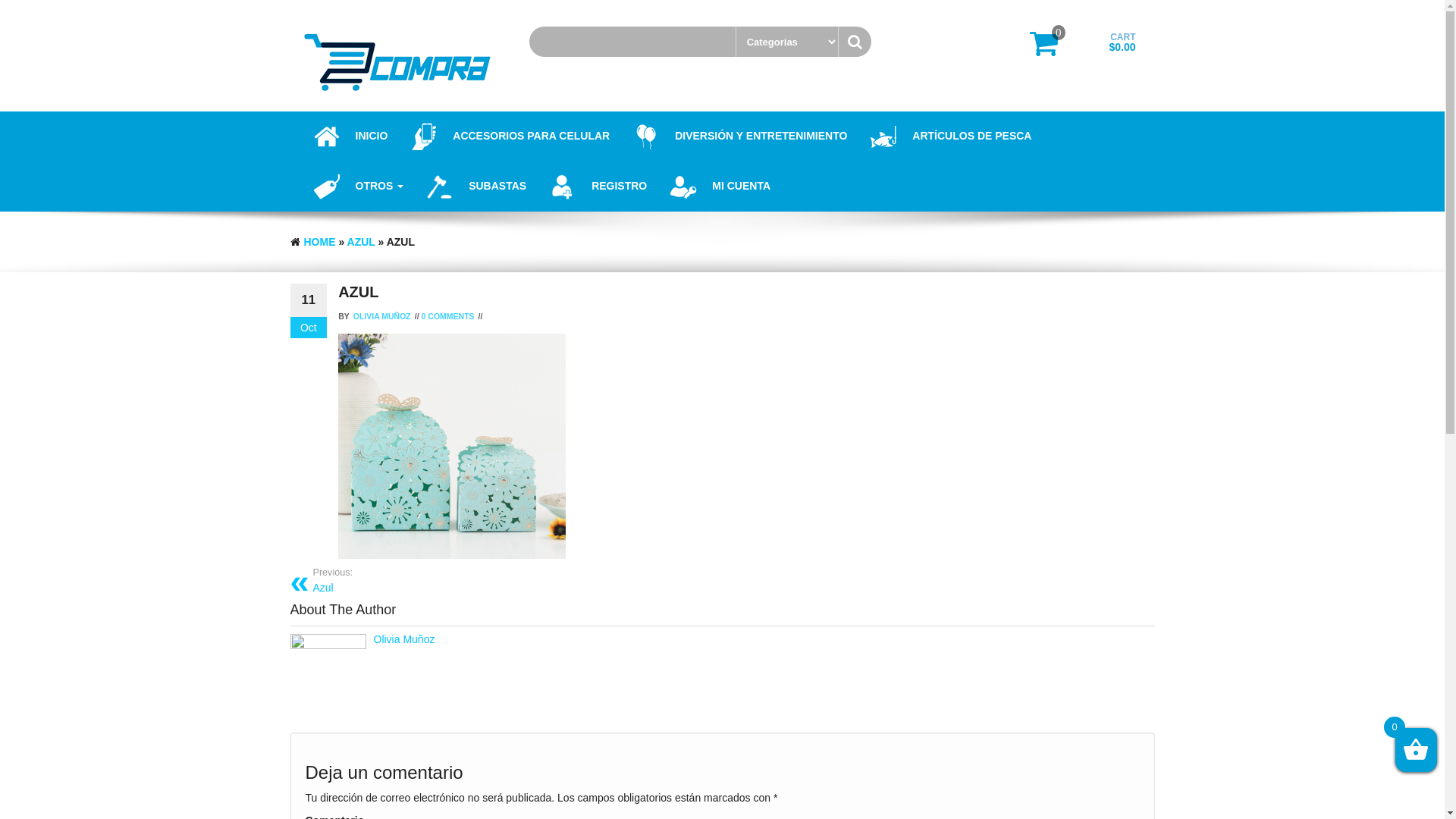 This screenshot has width=1456, height=819. What do you see at coordinates (346, 241) in the screenshot?
I see `'AZUL'` at bounding box center [346, 241].